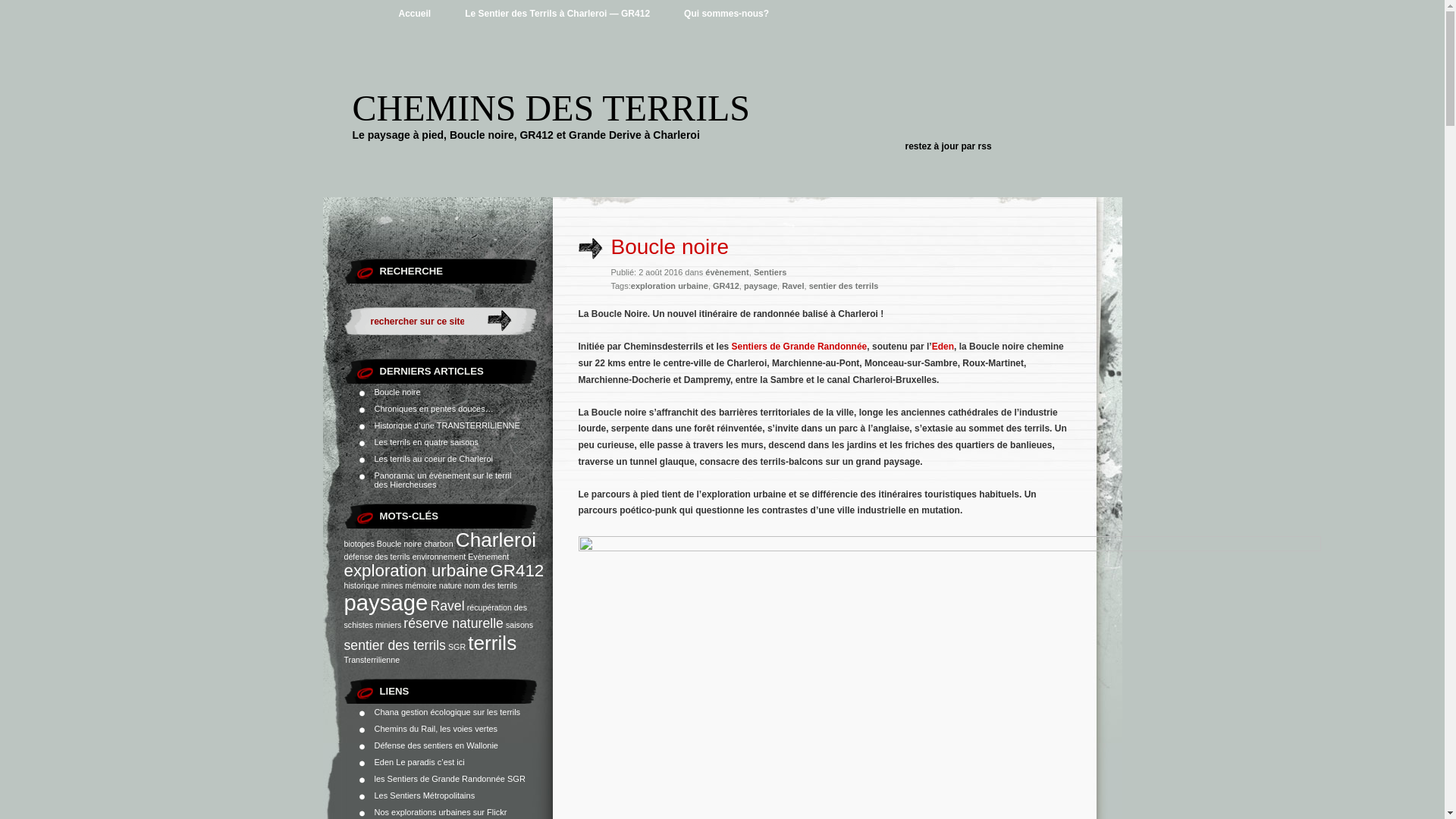 This screenshot has width=1456, height=819. Describe the element at coordinates (930, 346) in the screenshot. I see `'Eden'` at that location.